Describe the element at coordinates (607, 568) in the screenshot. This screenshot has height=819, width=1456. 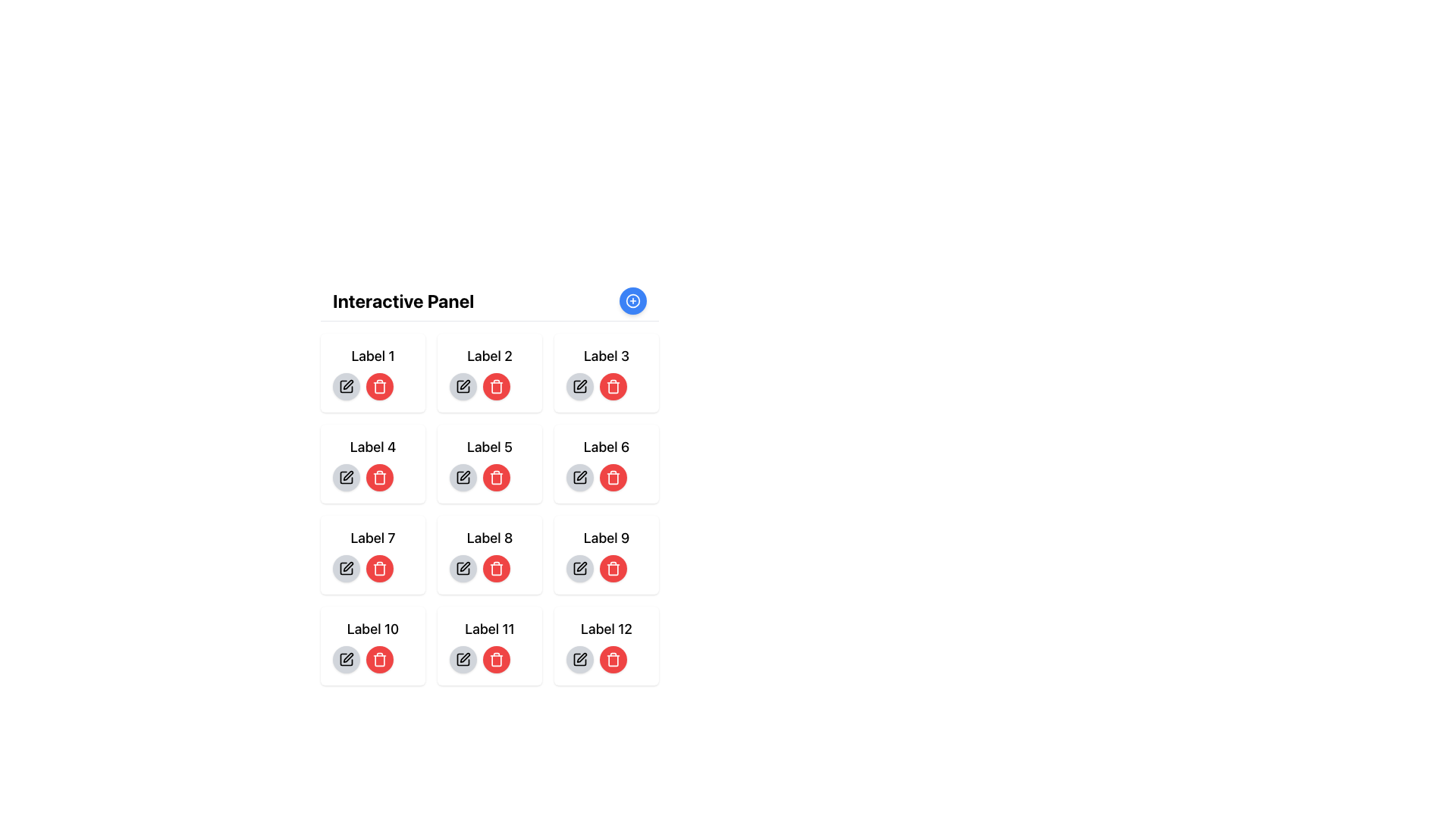
I see `the red button with the trash icon` at that location.